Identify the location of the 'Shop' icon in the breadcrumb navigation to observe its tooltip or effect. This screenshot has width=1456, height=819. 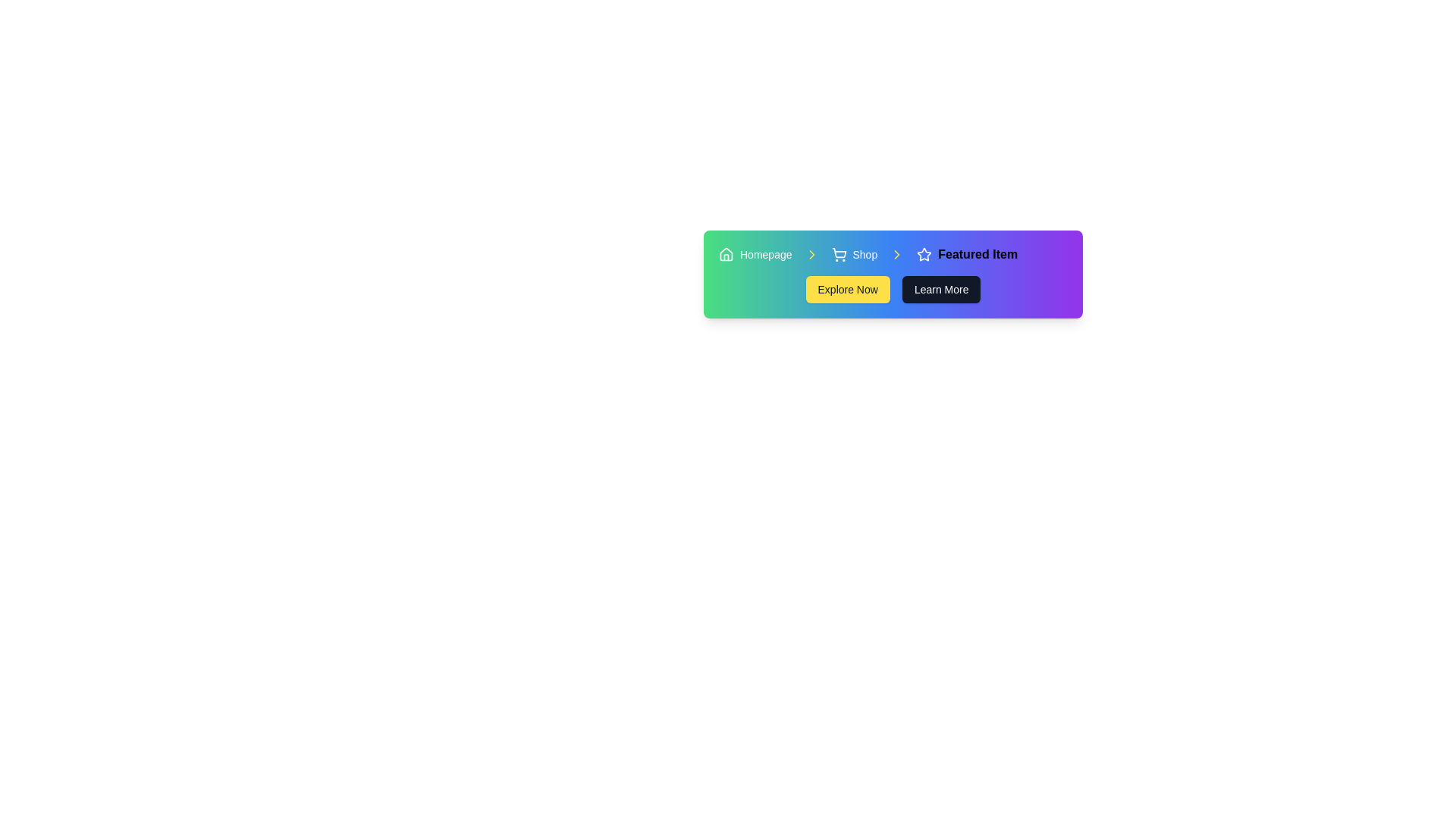
(838, 252).